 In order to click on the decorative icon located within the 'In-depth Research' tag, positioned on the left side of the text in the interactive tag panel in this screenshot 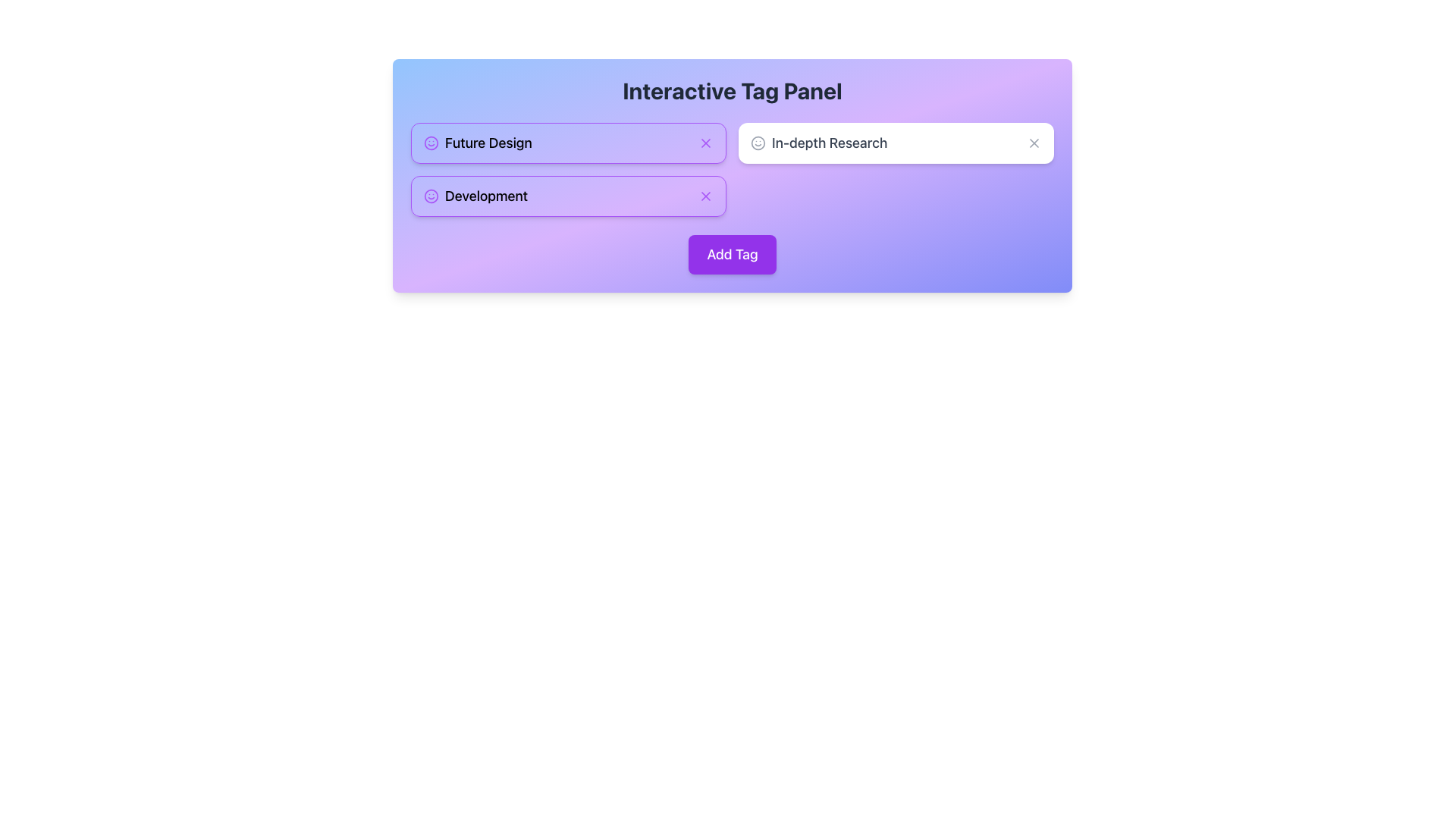, I will do `click(758, 143)`.